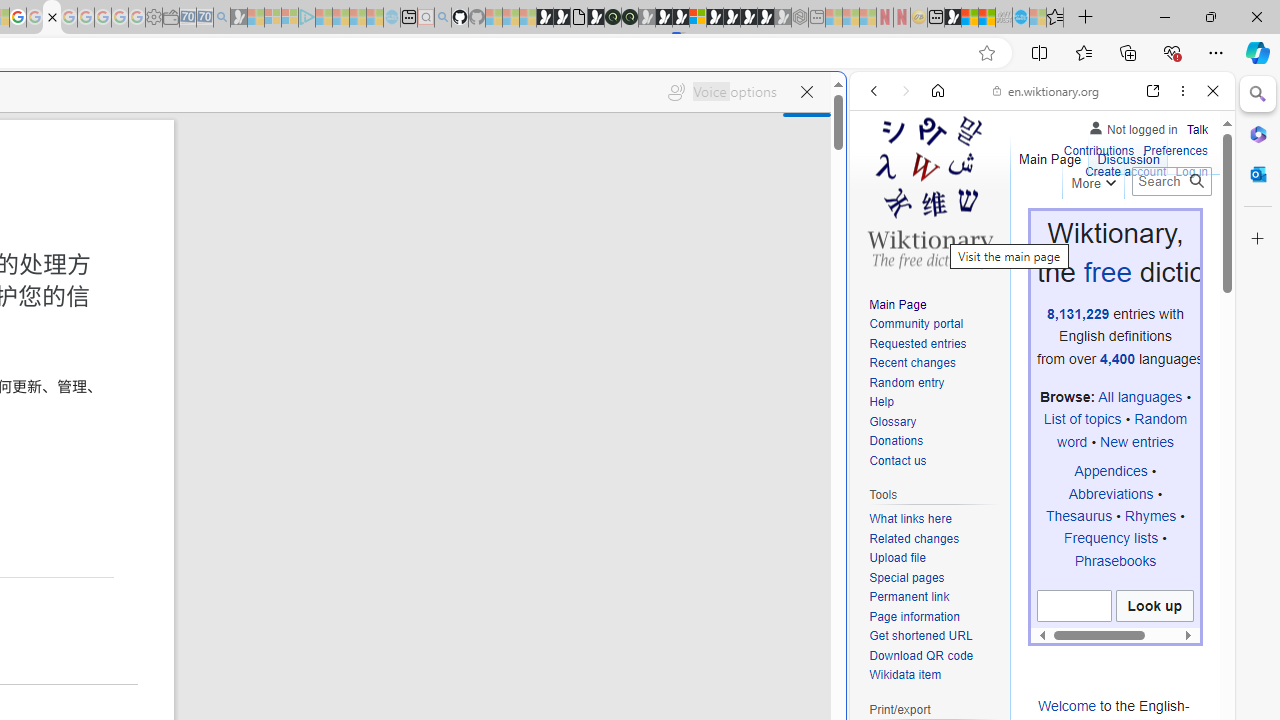 The width and height of the screenshot is (1280, 720). Describe the element at coordinates (986, 17) in the screenshot. I see `'Earth has six continents not seven, radical new study claims'` at that location.